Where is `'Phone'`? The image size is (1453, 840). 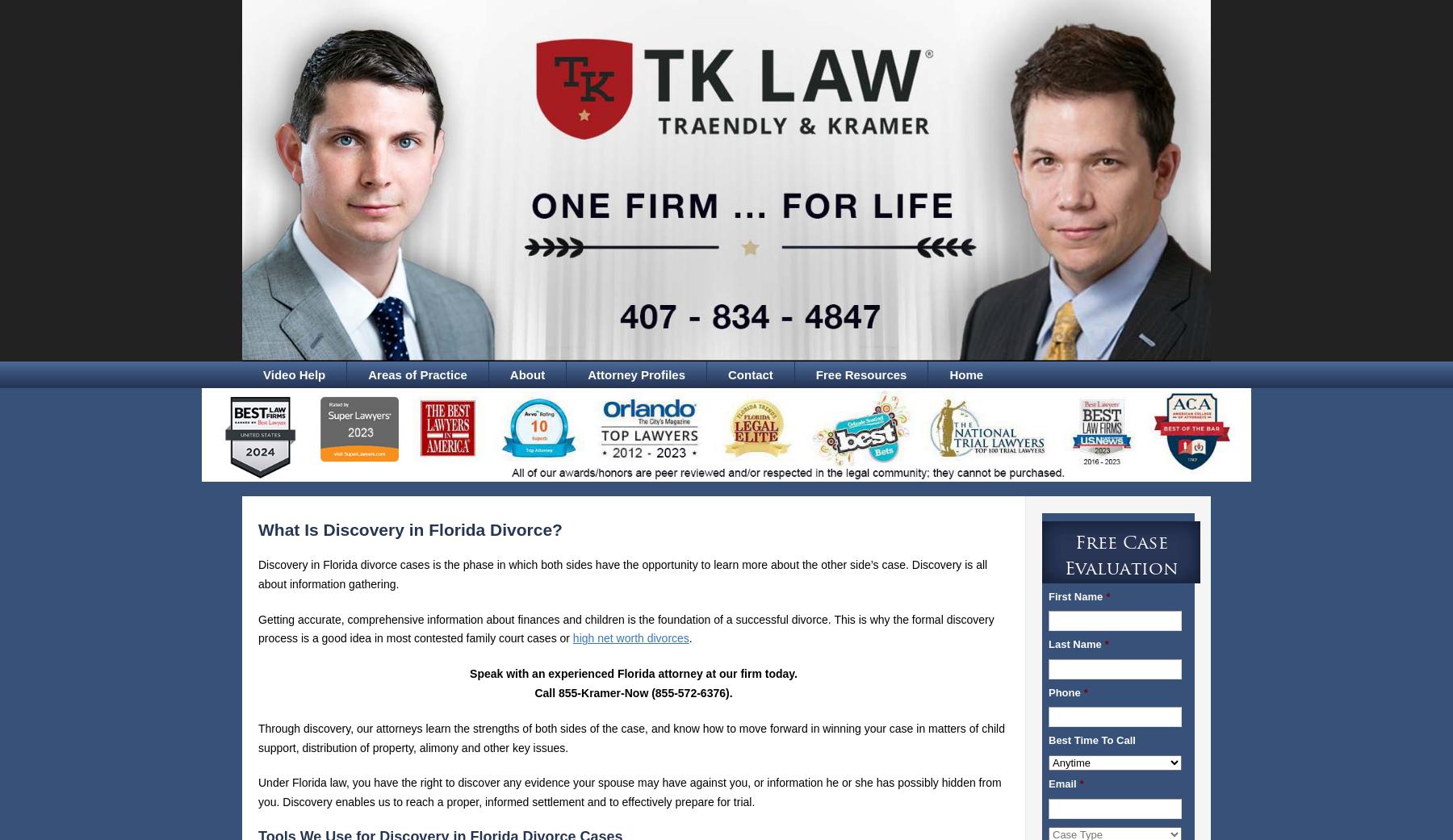 'Phone' is located at coordinates (1064, 691).